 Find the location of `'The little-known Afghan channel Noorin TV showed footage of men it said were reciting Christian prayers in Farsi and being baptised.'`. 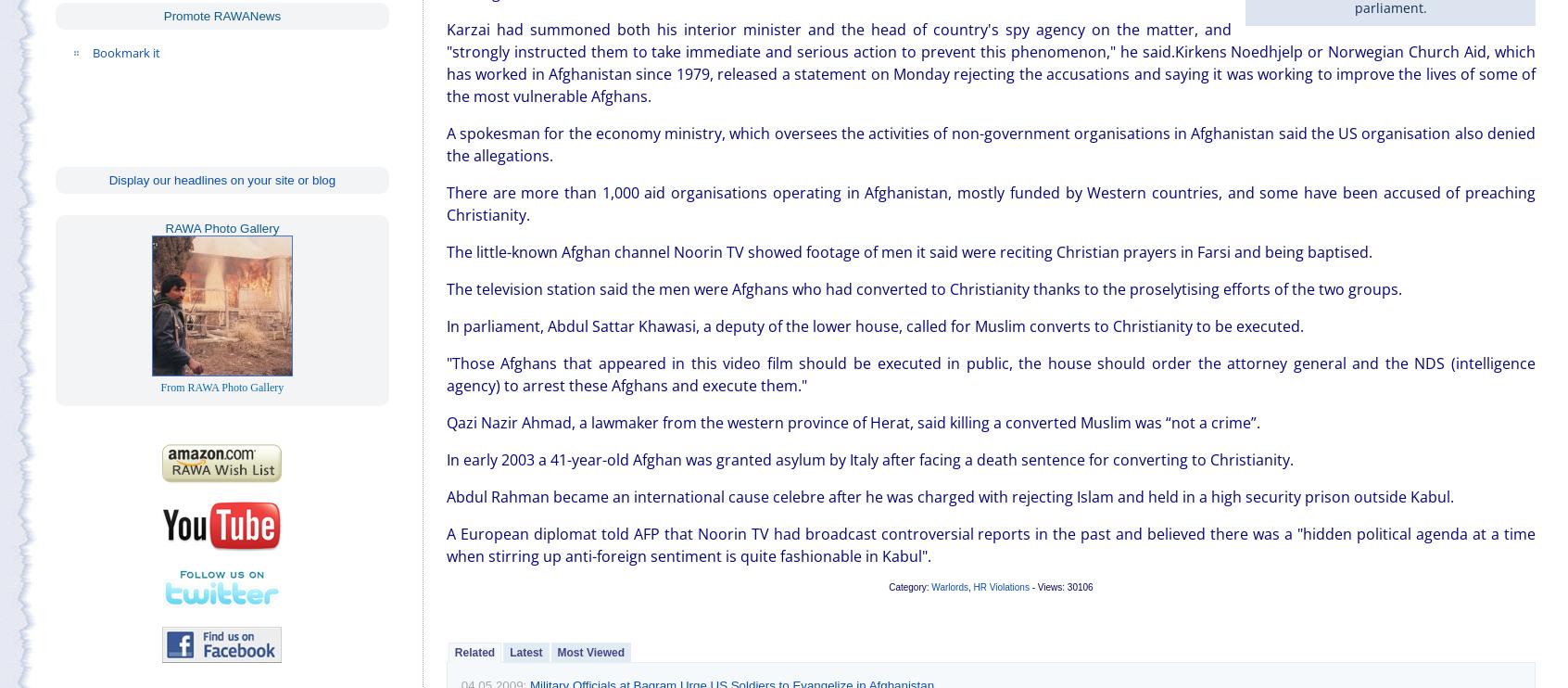

'The little-known Afghan channel Noorin TV showed footage of men it said were reciting Christian prayers in Farsi and being baptised.' is located at coordinates (445, 249).